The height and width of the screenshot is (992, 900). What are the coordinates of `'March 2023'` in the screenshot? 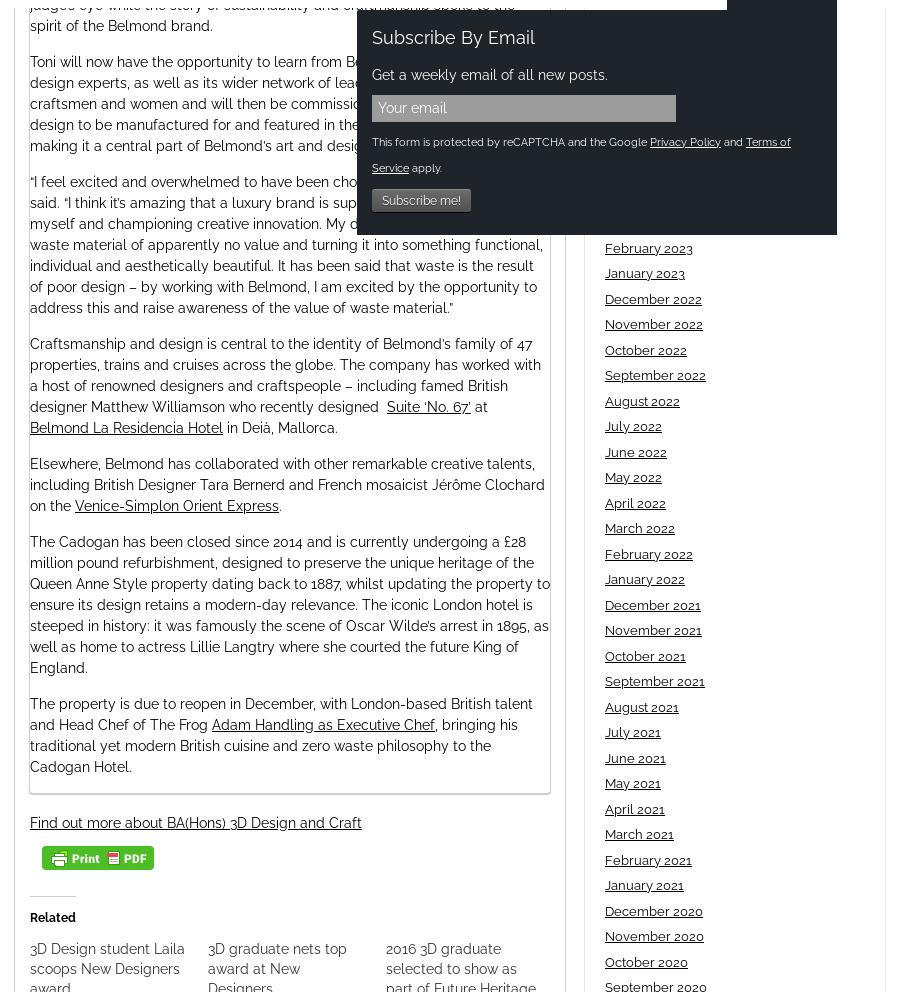 It's located at (639, 222).